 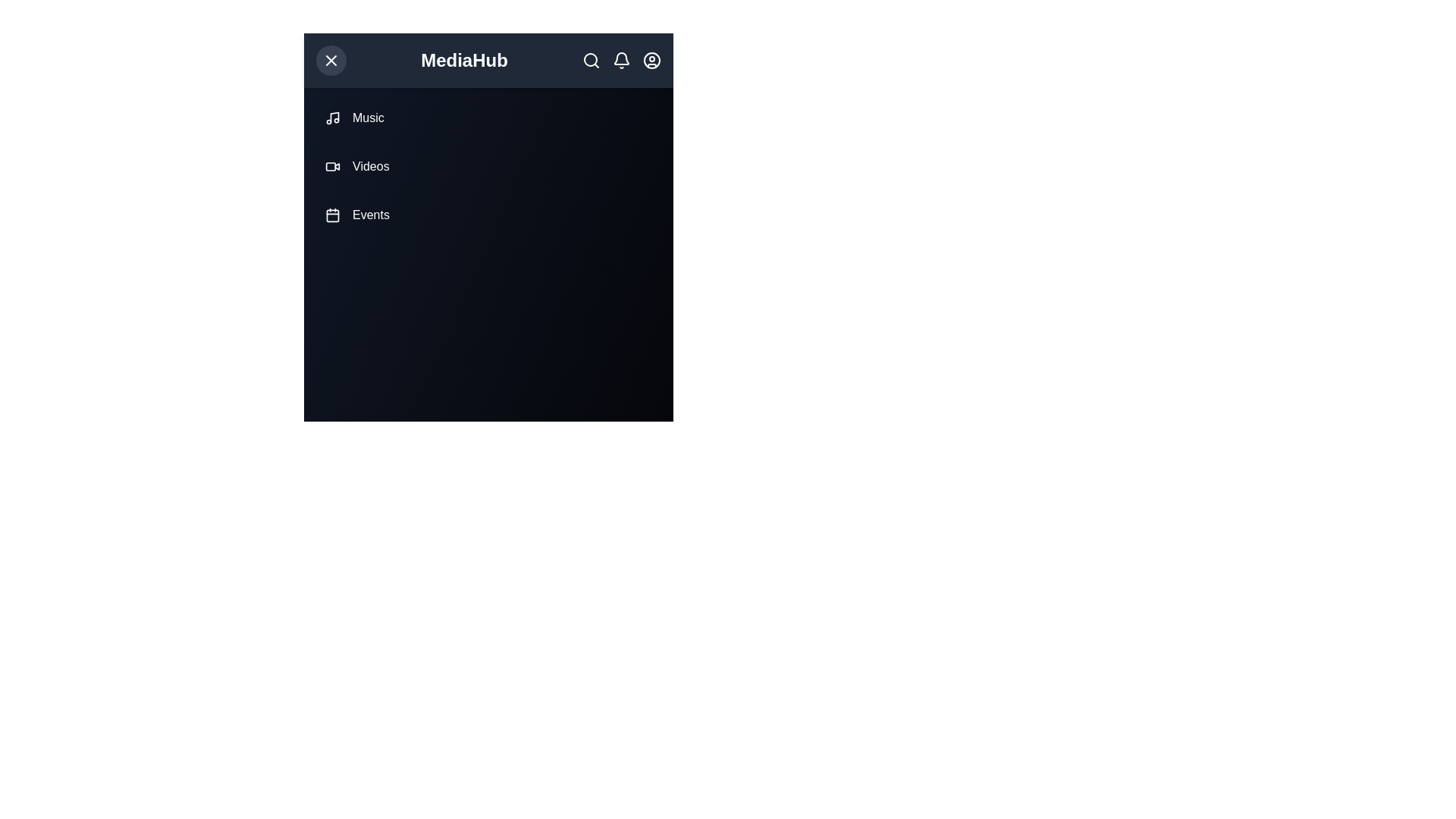 What do you see at coordinates (488, 215) in the screenshot?
I see `the navigation item Events` at bounding box center [488, 215].